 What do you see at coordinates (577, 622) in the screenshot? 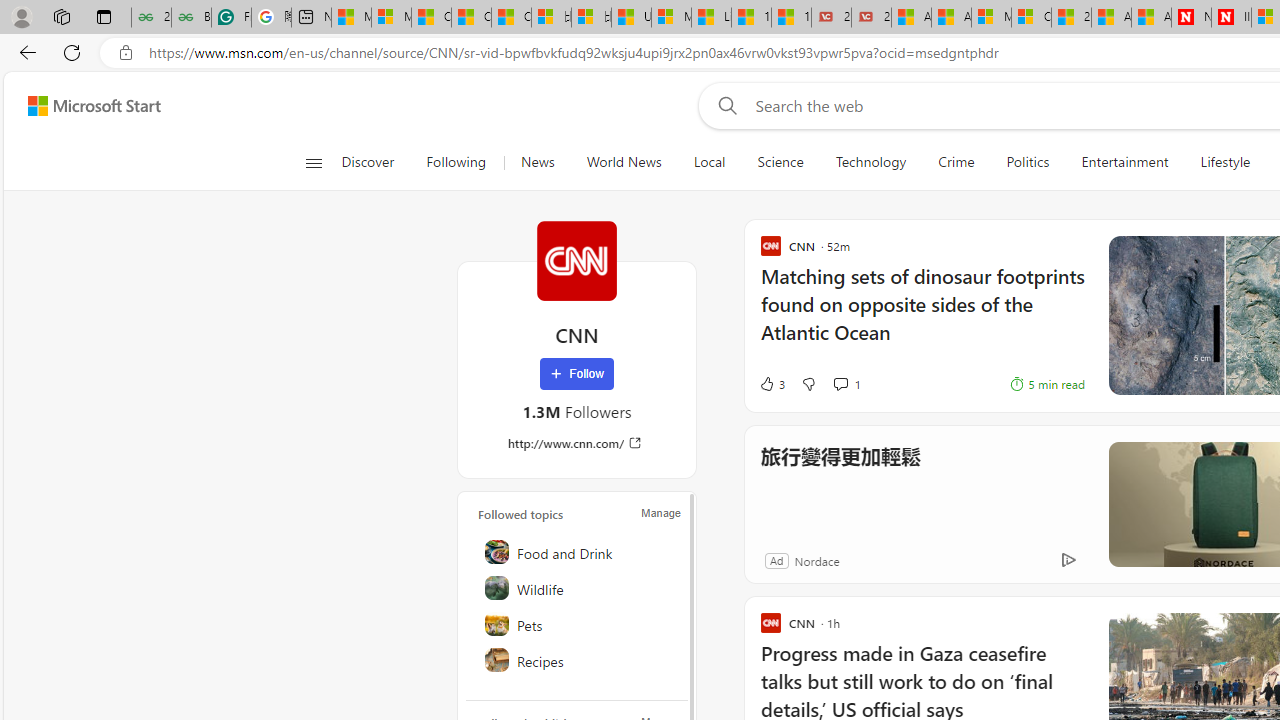
I see `'Pets'` at bounding box center [577, 622].